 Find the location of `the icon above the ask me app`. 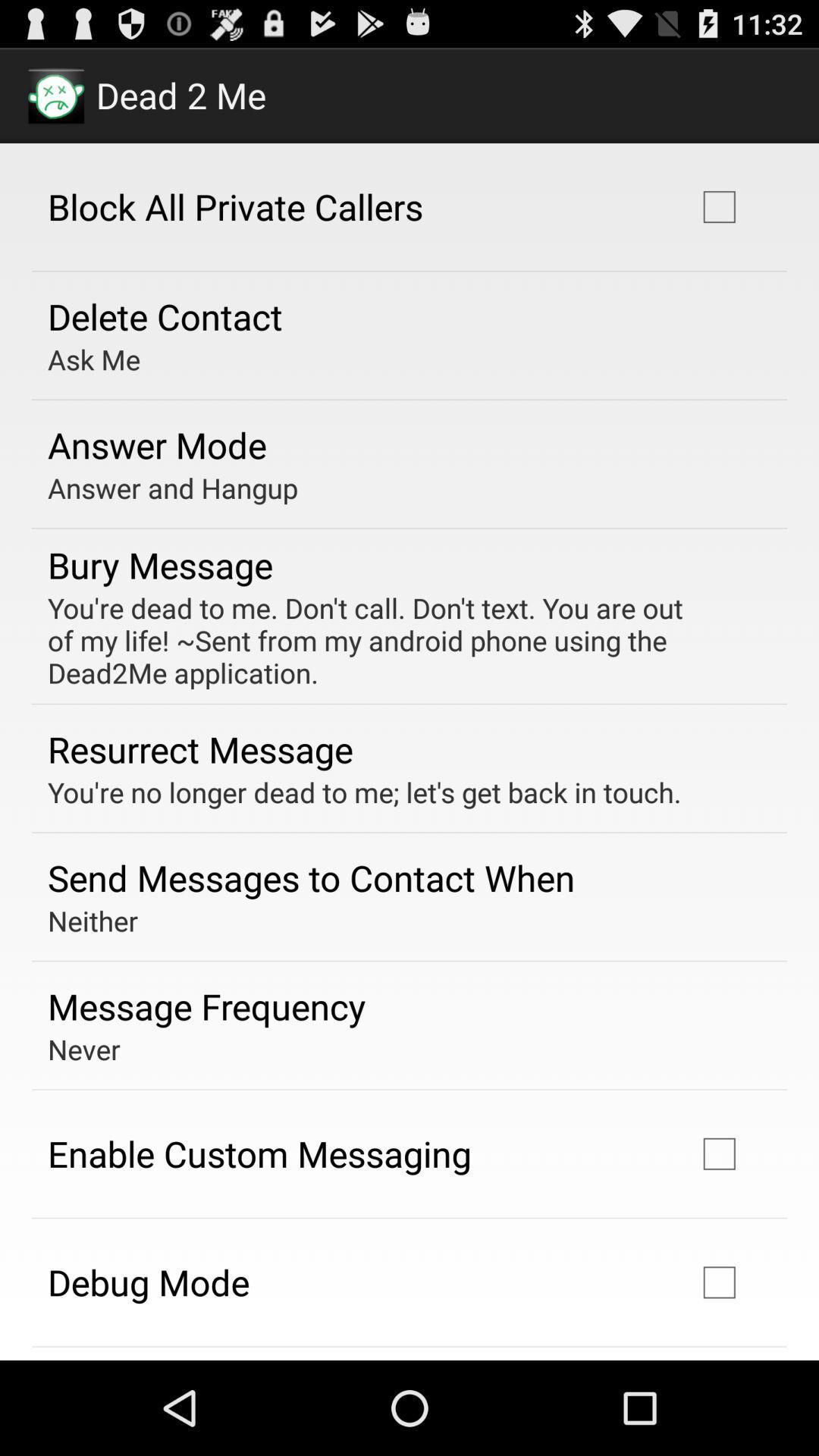

the icon above the ask me app is located at coordinates (165, 315).